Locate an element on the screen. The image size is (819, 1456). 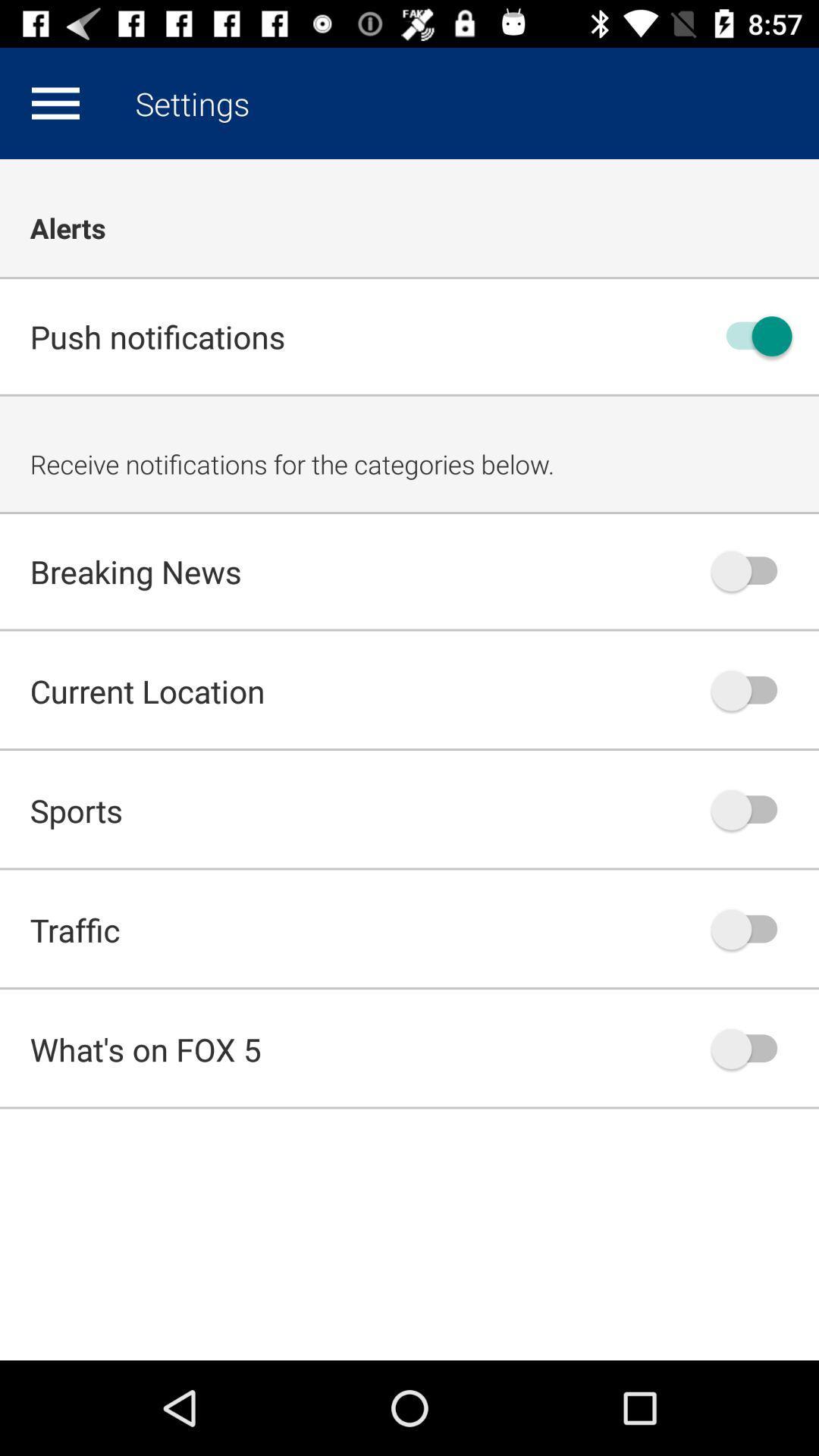
off on is located at coordinates (752, 335).